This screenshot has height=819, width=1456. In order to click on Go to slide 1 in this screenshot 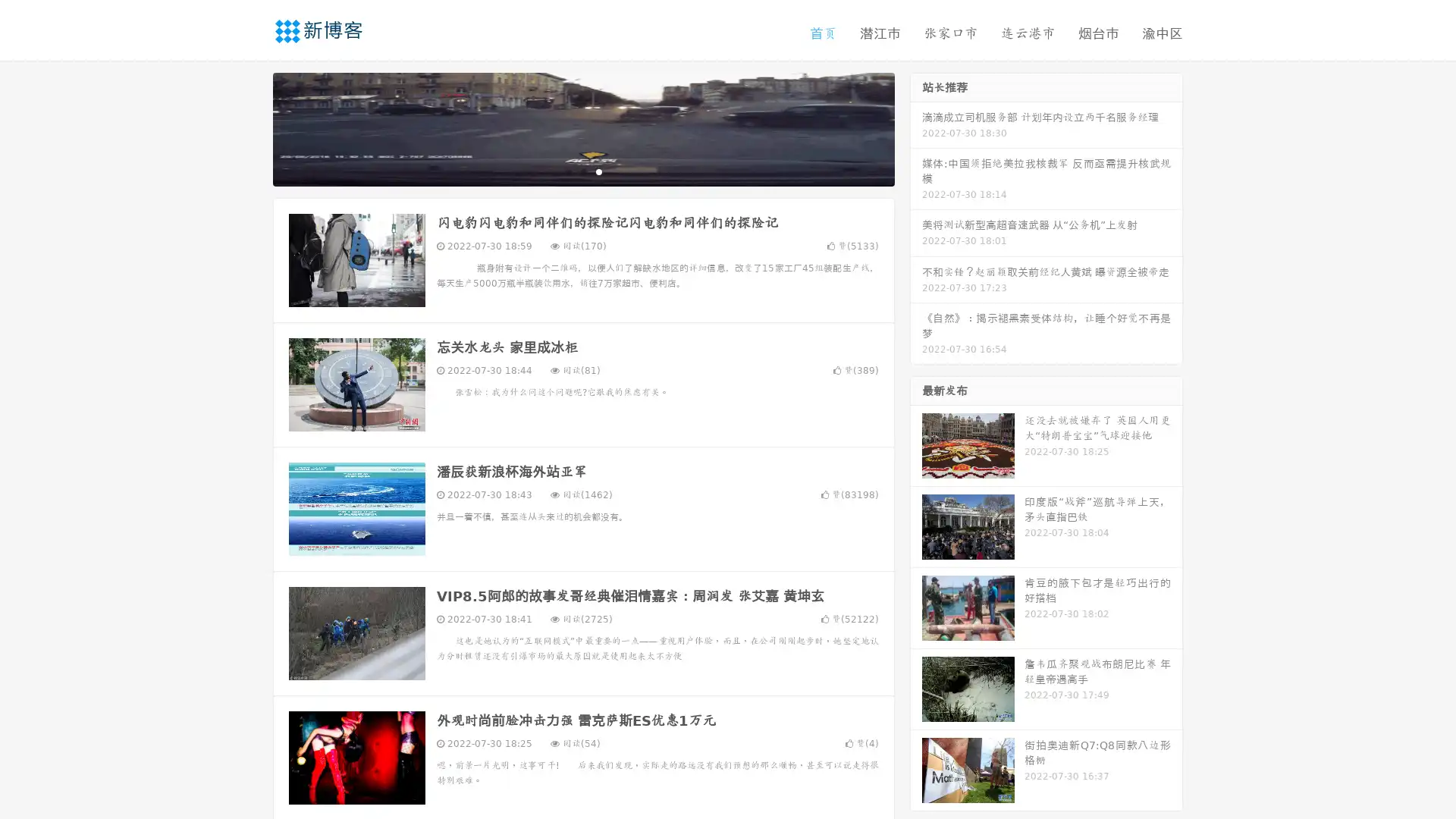, I will do `click(567, 171)`.